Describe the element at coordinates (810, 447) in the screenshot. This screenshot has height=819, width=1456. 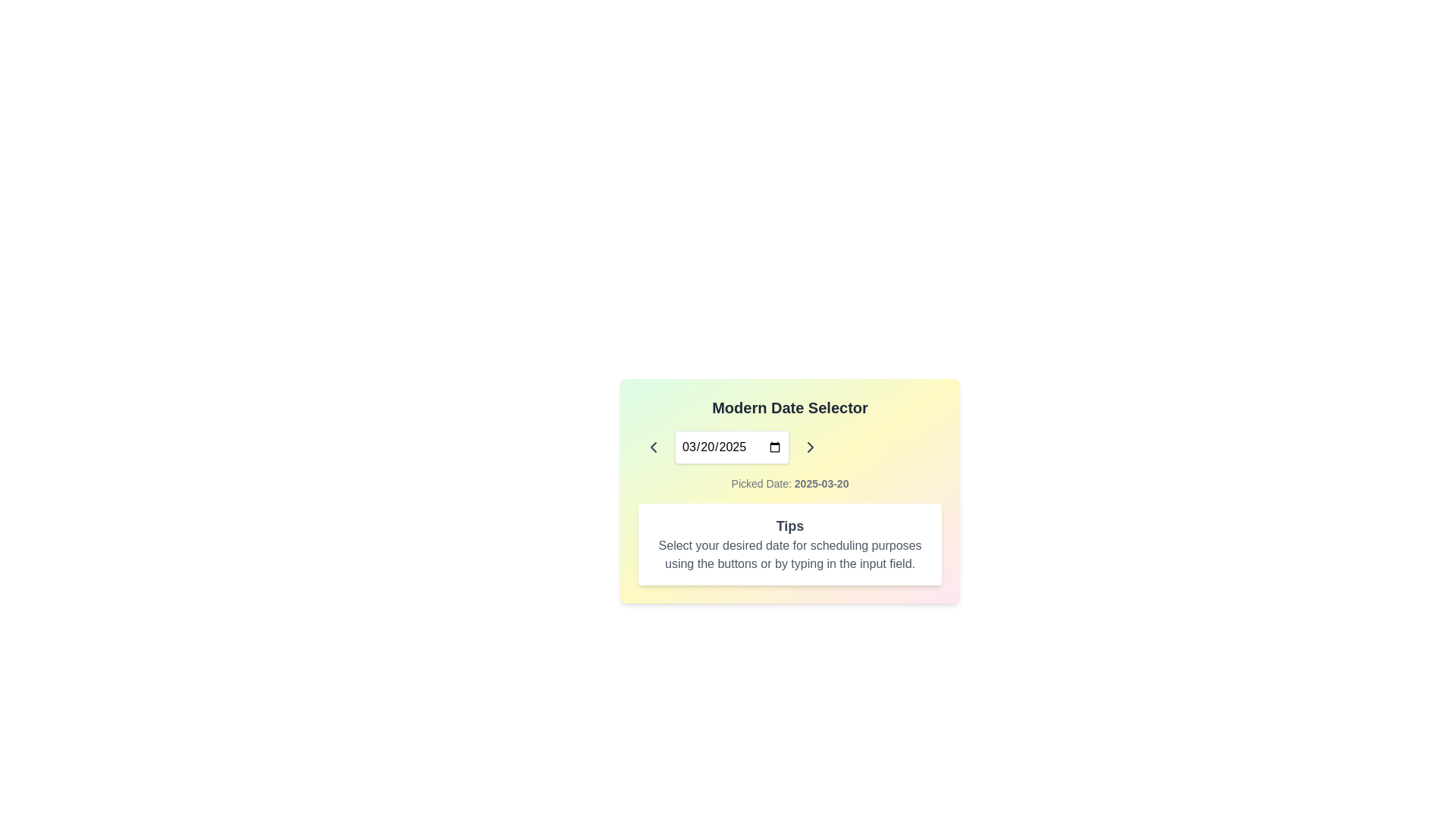
I see `the stylistic indication of the navigational control icon located to the immediate right of the date input field in the 'Modern Date Selector' panel` at that location.